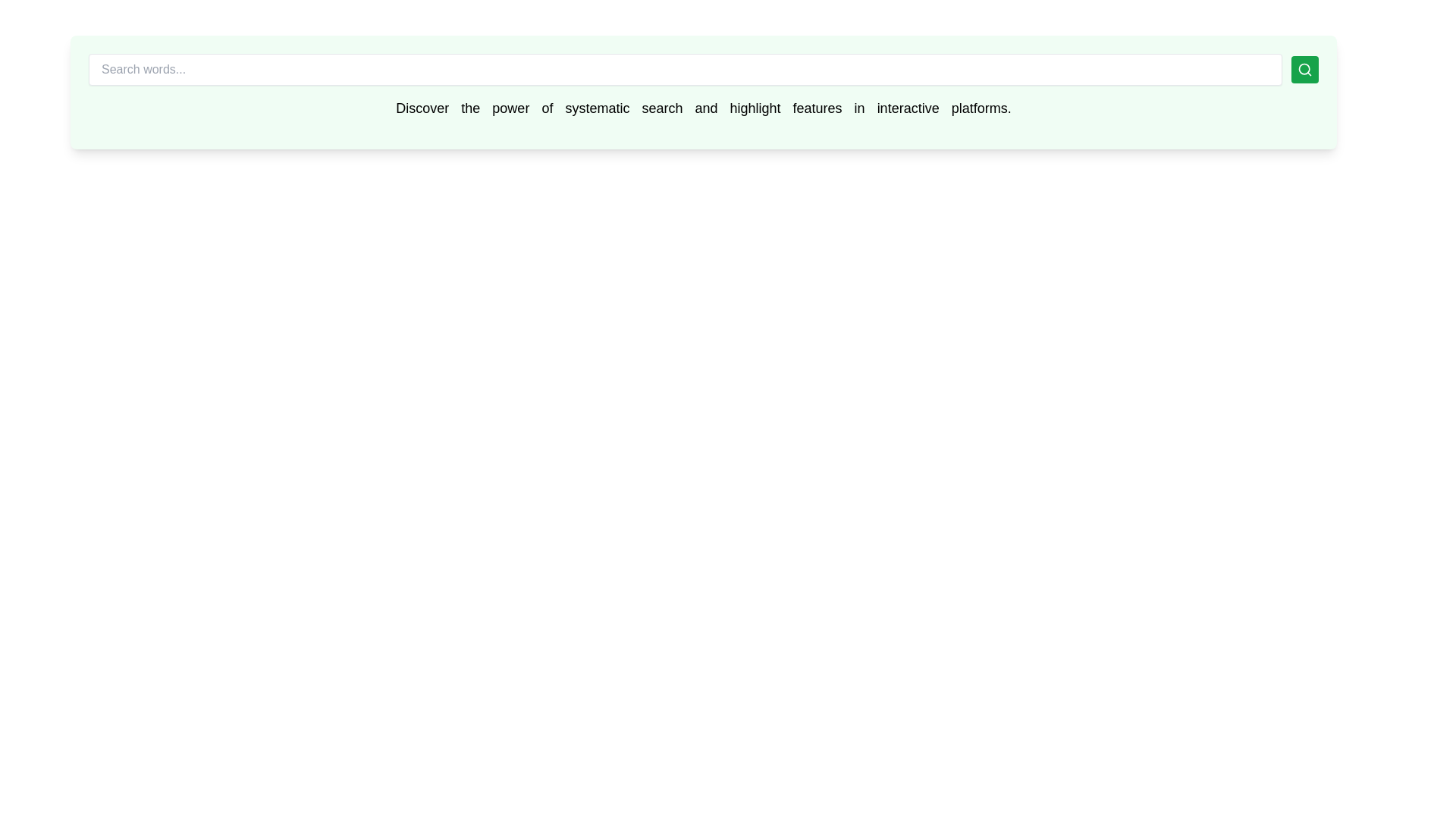 The height and width of the screenshot is (819, 1456). Describe the element at coordinates (510, 107) in the screenshot. I see `the text segment displaying the word 'power' in black font, which changes the background to light green when hovered over` at that location.